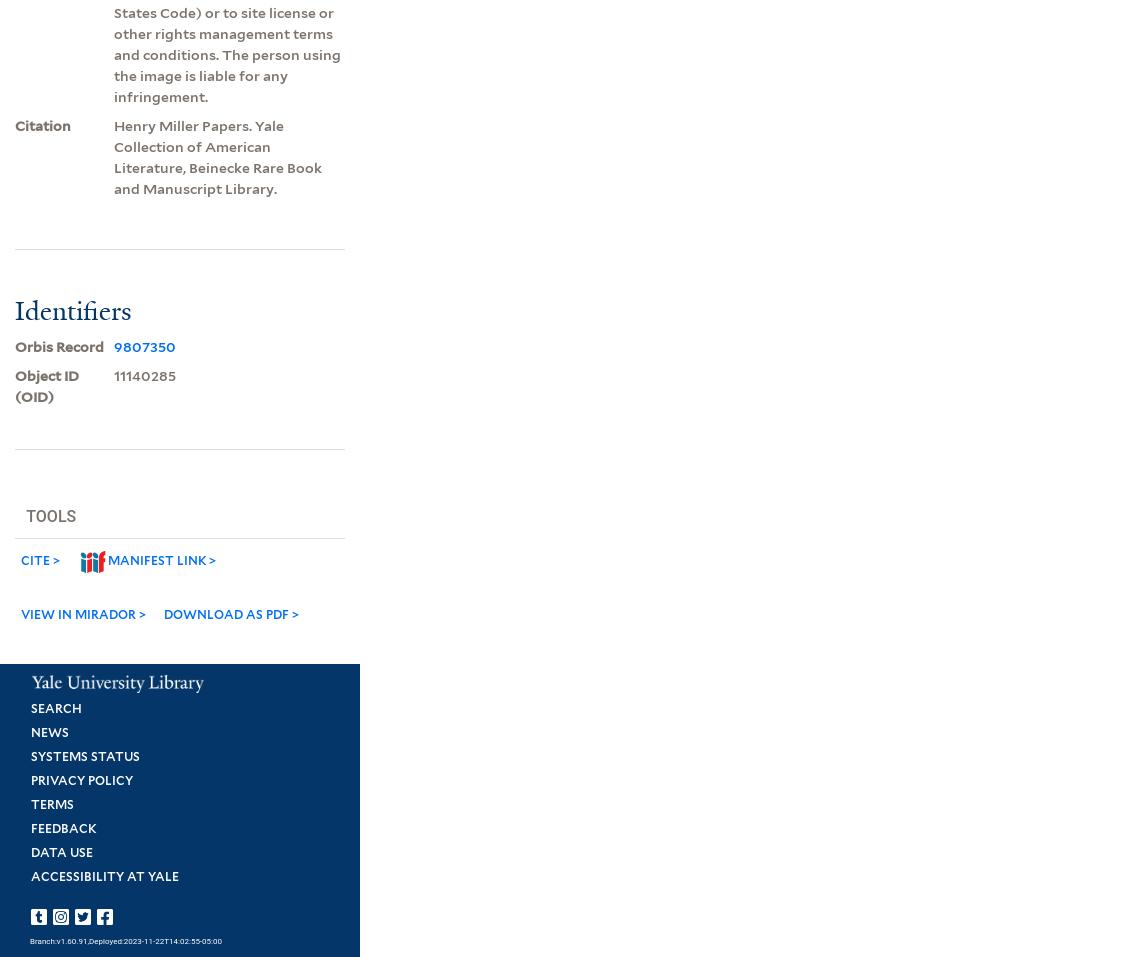 This screenshot has height=957, width=1121. Describe the element at coordinates (153, 940) in the screenshot. I see `',Deployed:2023-11-22T14:02:55-05:00'` at that location.